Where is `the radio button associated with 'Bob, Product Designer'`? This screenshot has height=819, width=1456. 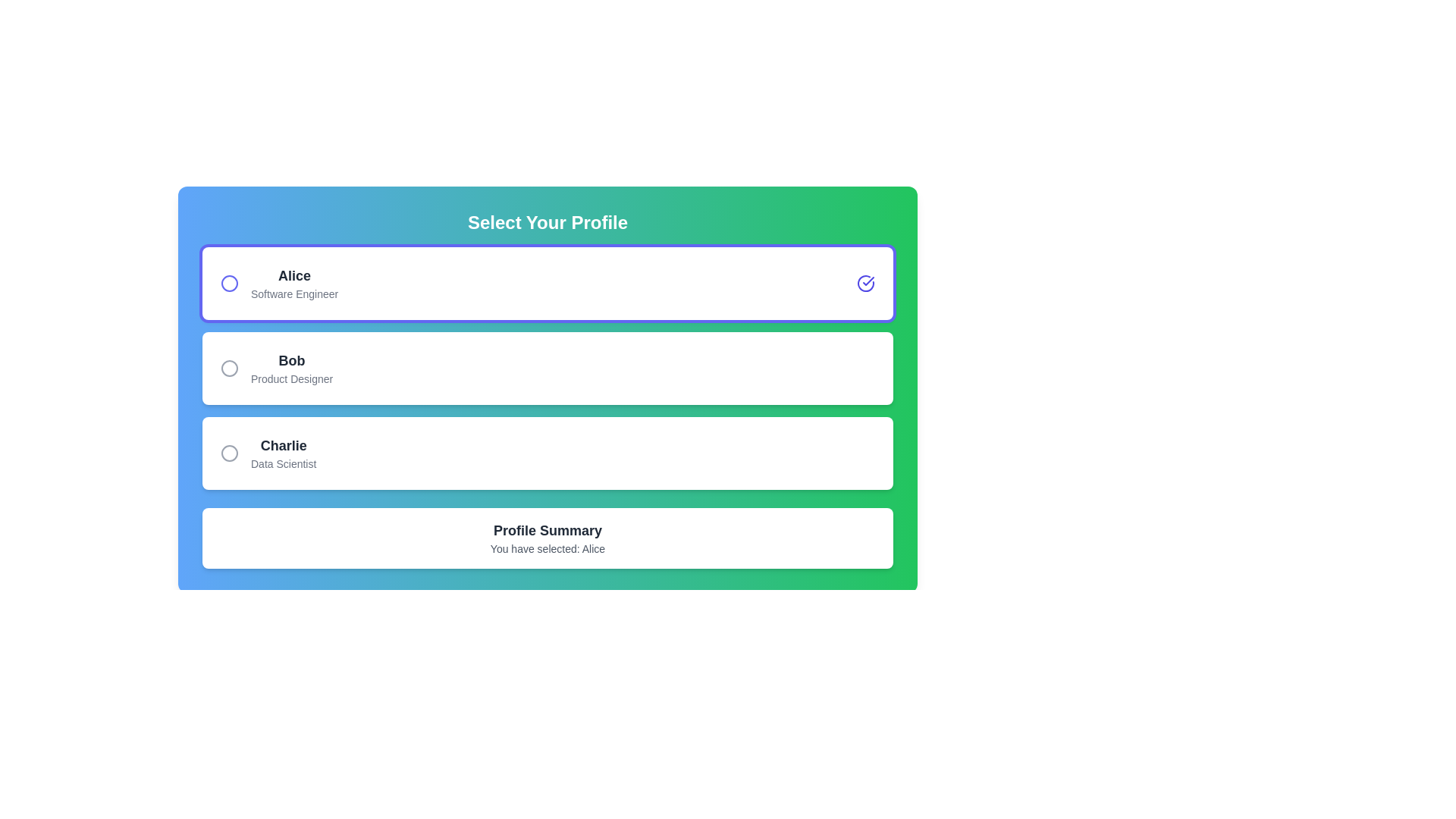
the radio button associated with 'Bob, Product Designer' is located at coordinates (228, 369).